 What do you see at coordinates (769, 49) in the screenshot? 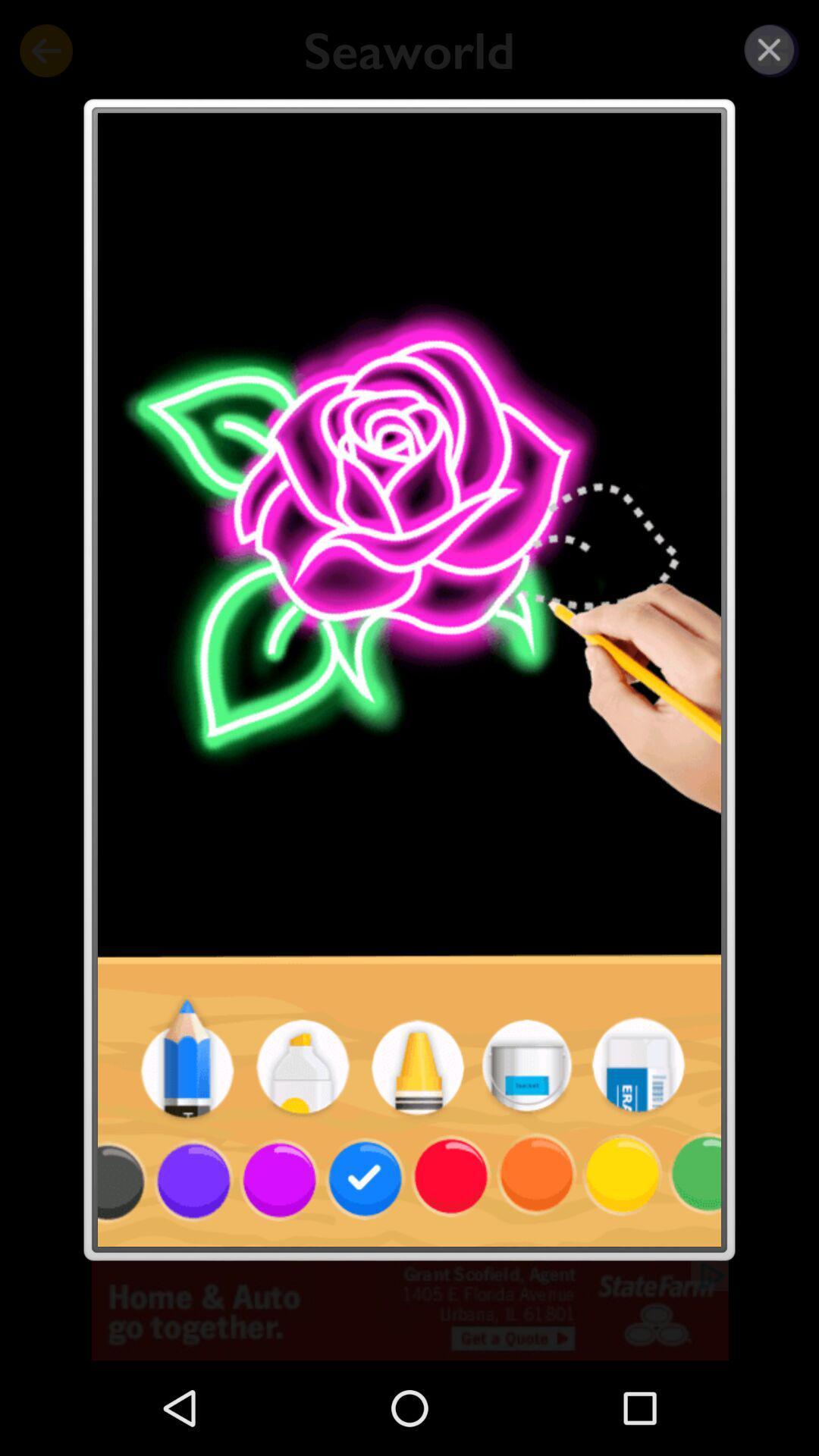
I see `popup window` at bounding box center [769, 49].